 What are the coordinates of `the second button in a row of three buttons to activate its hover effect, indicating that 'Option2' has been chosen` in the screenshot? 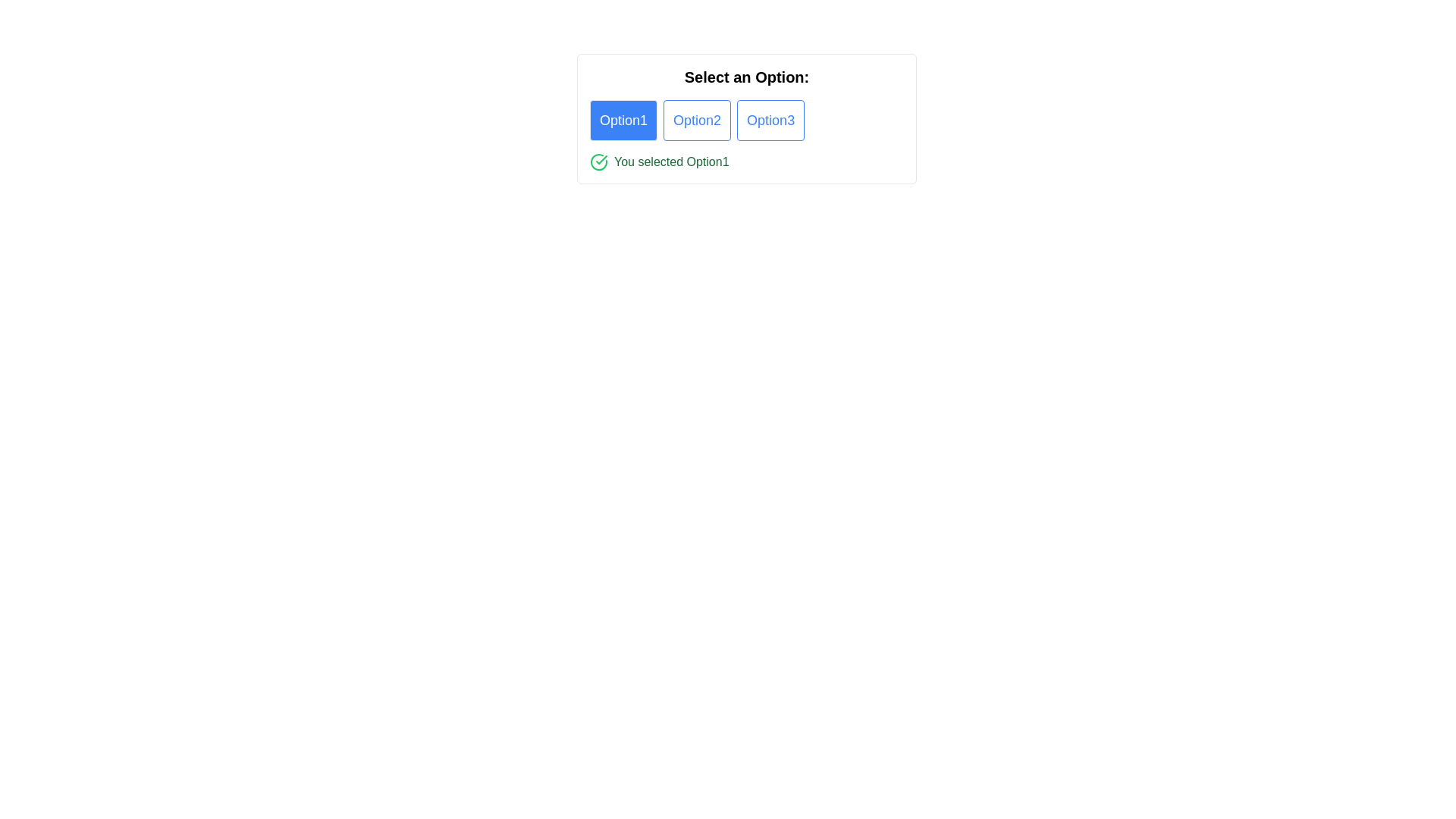 It's located at (696, 119).